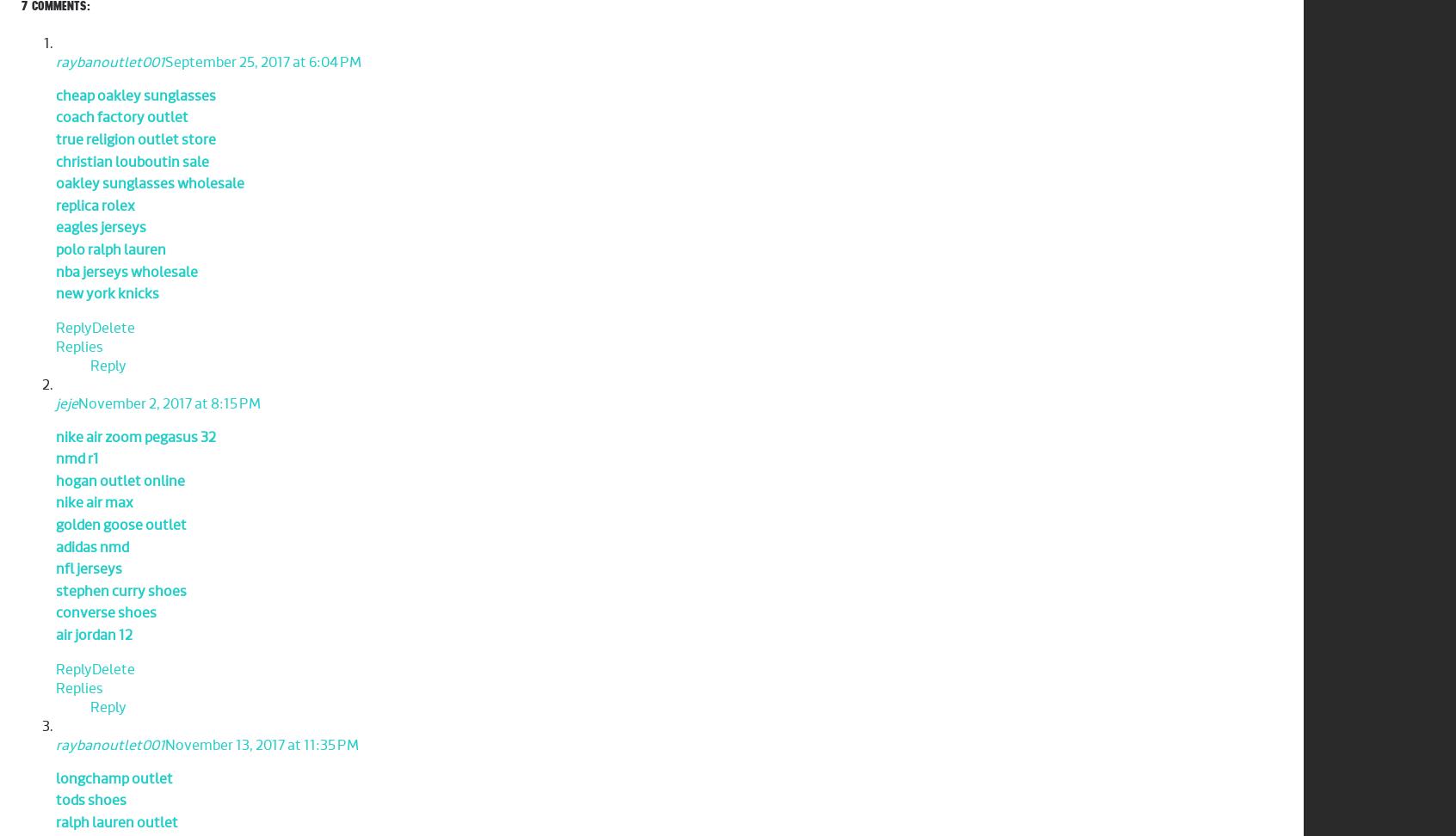 The image size is (1456, 836). Describe the element at coordinates (94, 502) in the screenshot. I see `'nike air max'` at that location.